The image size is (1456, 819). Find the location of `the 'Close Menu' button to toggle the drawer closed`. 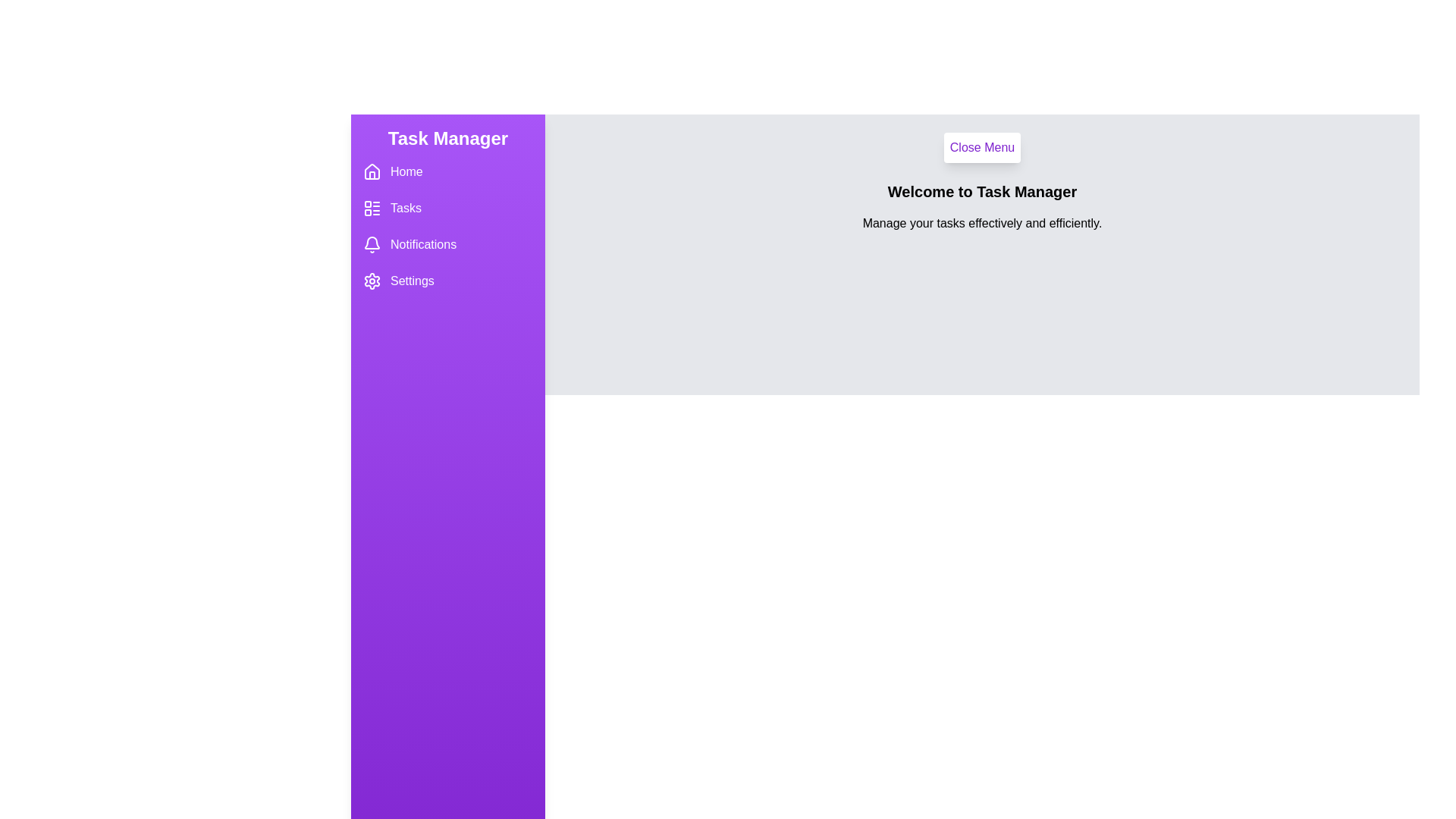

the 'Close Menu' button to toggle the drawer closed is located at coordinates (982, 148).